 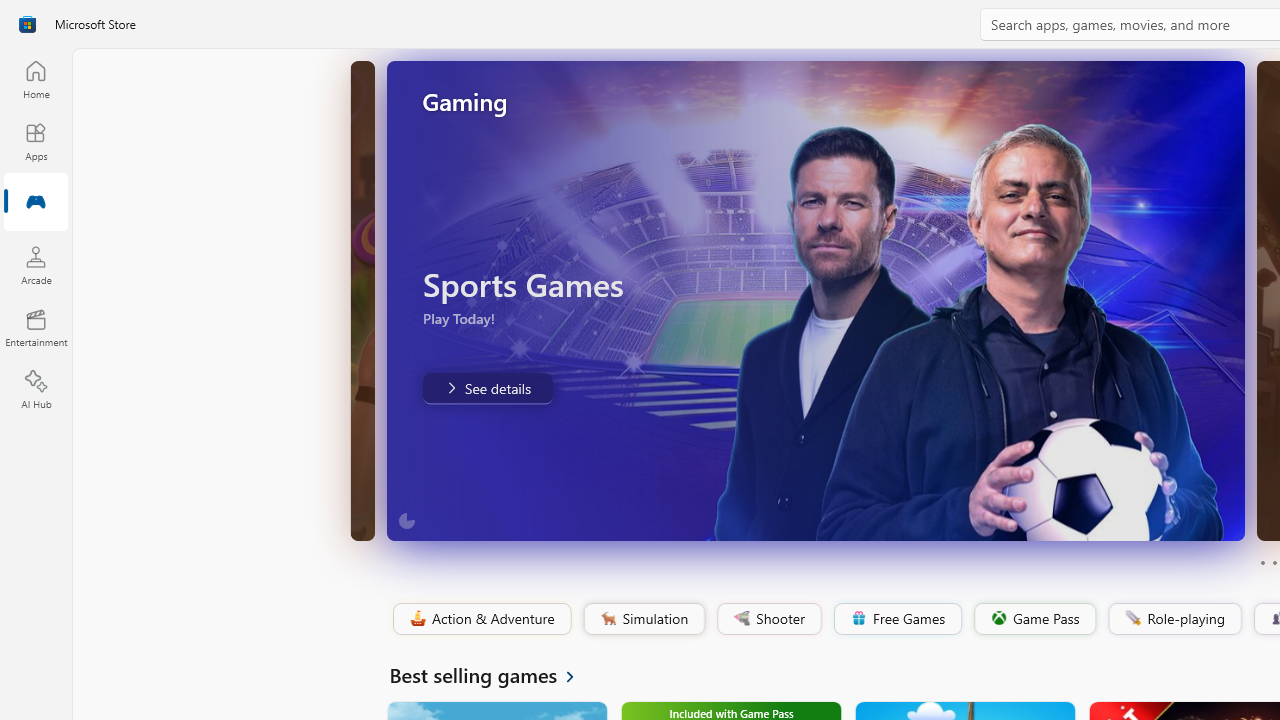 I want to click on 'Page 2', so click(x=1273, y=563).